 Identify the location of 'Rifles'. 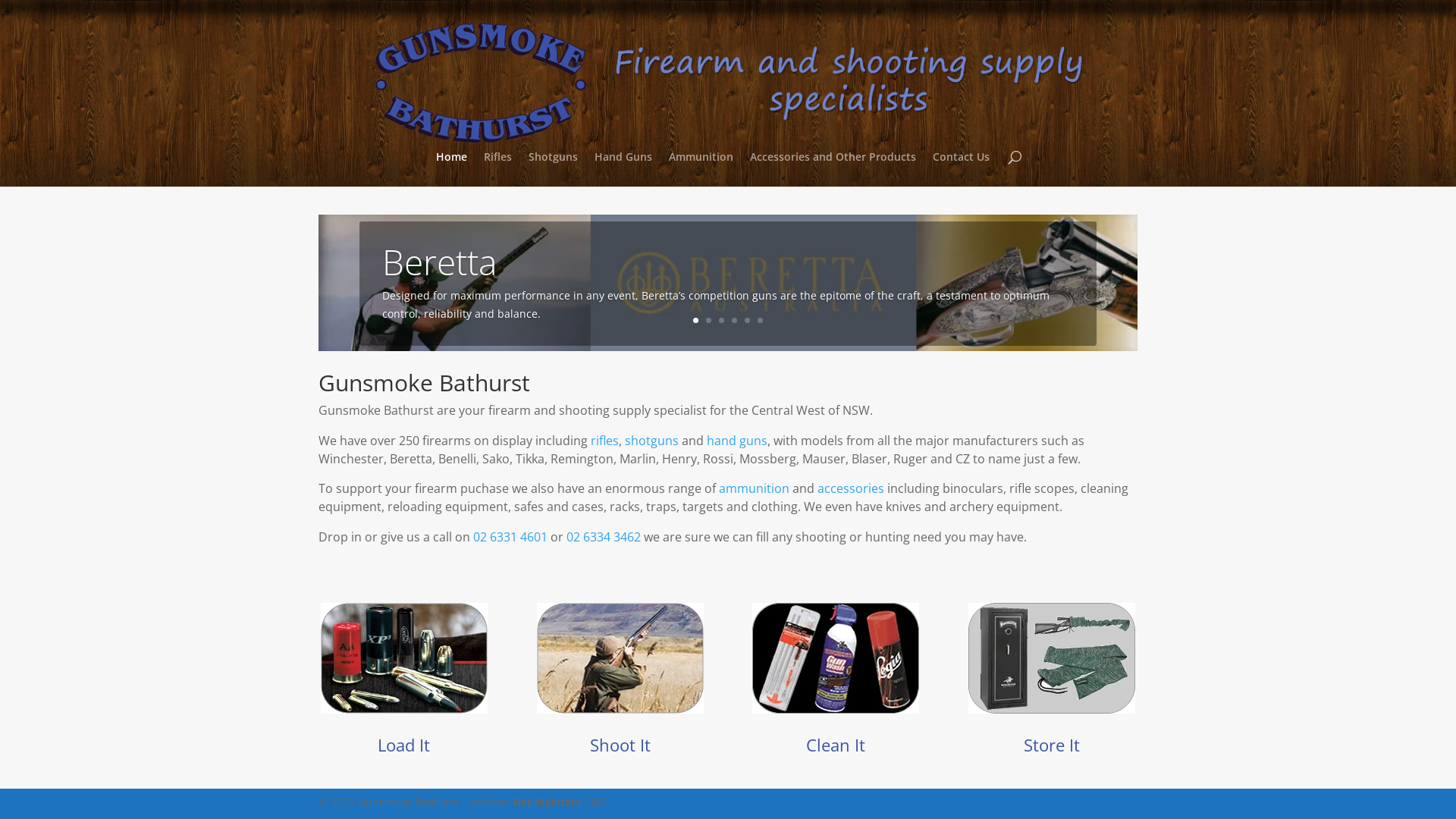
(497, 169).